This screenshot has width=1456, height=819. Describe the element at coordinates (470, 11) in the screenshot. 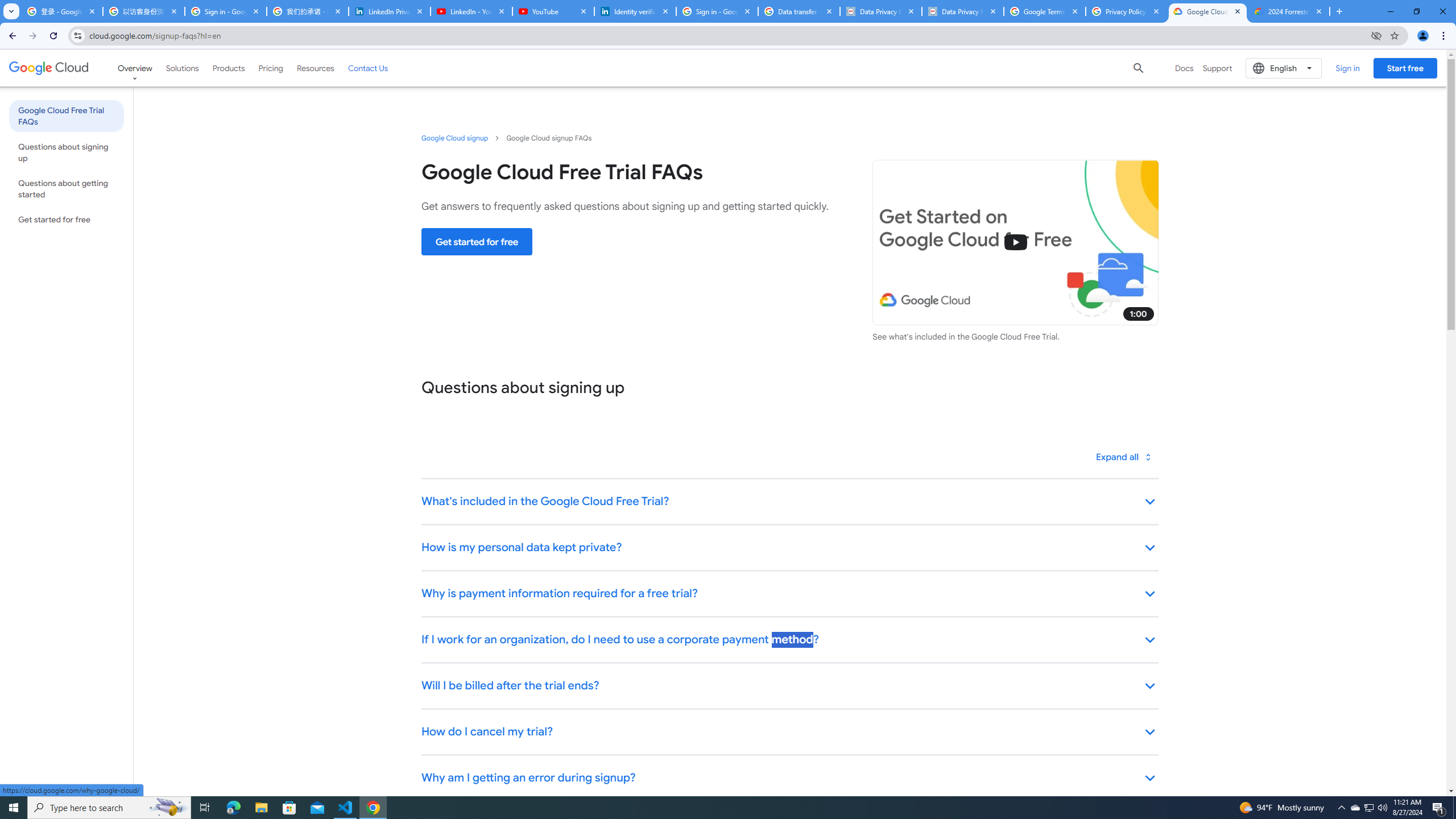

I see `'LinkedIn - YouTube'` at that location.